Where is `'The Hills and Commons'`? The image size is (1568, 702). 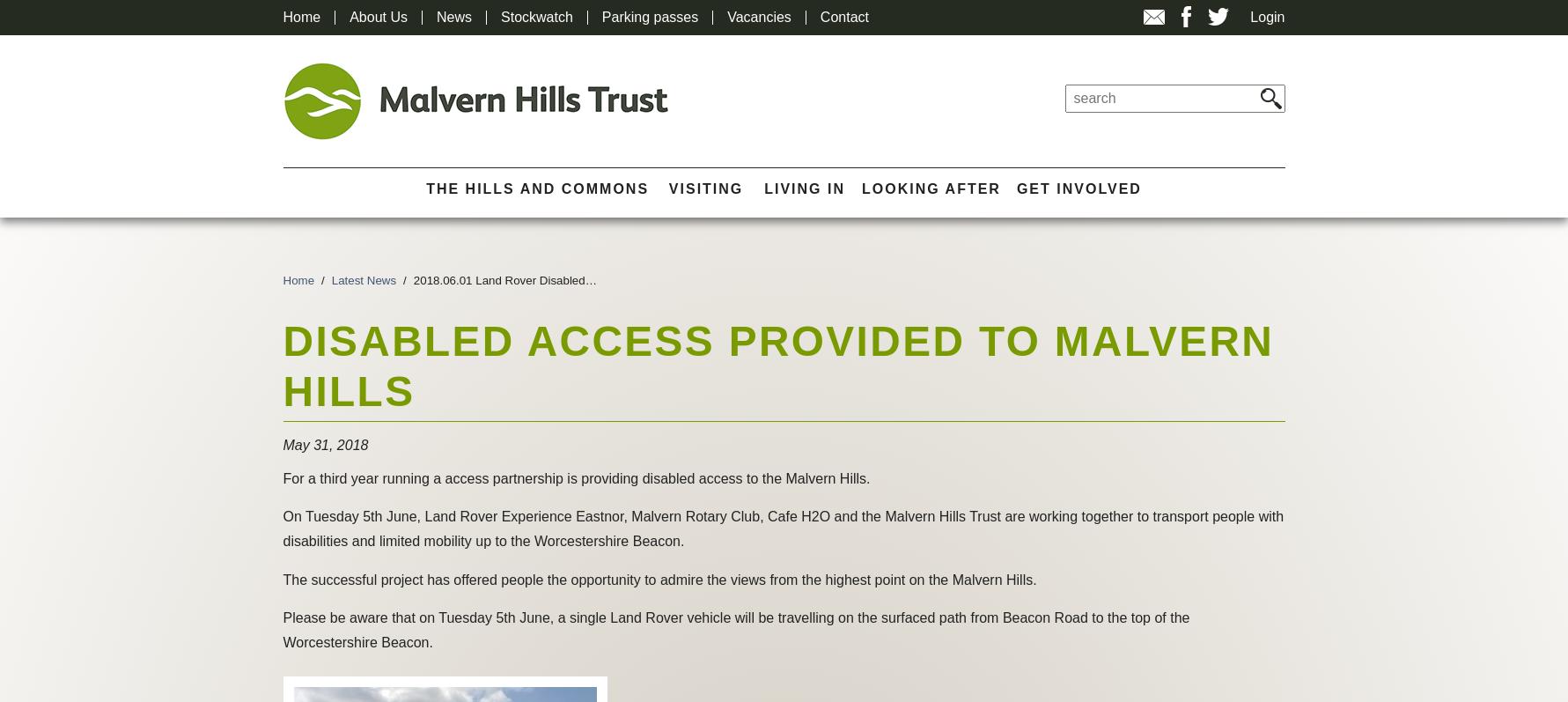 'The Hills and Commons' is located at coordinates (536, 188).